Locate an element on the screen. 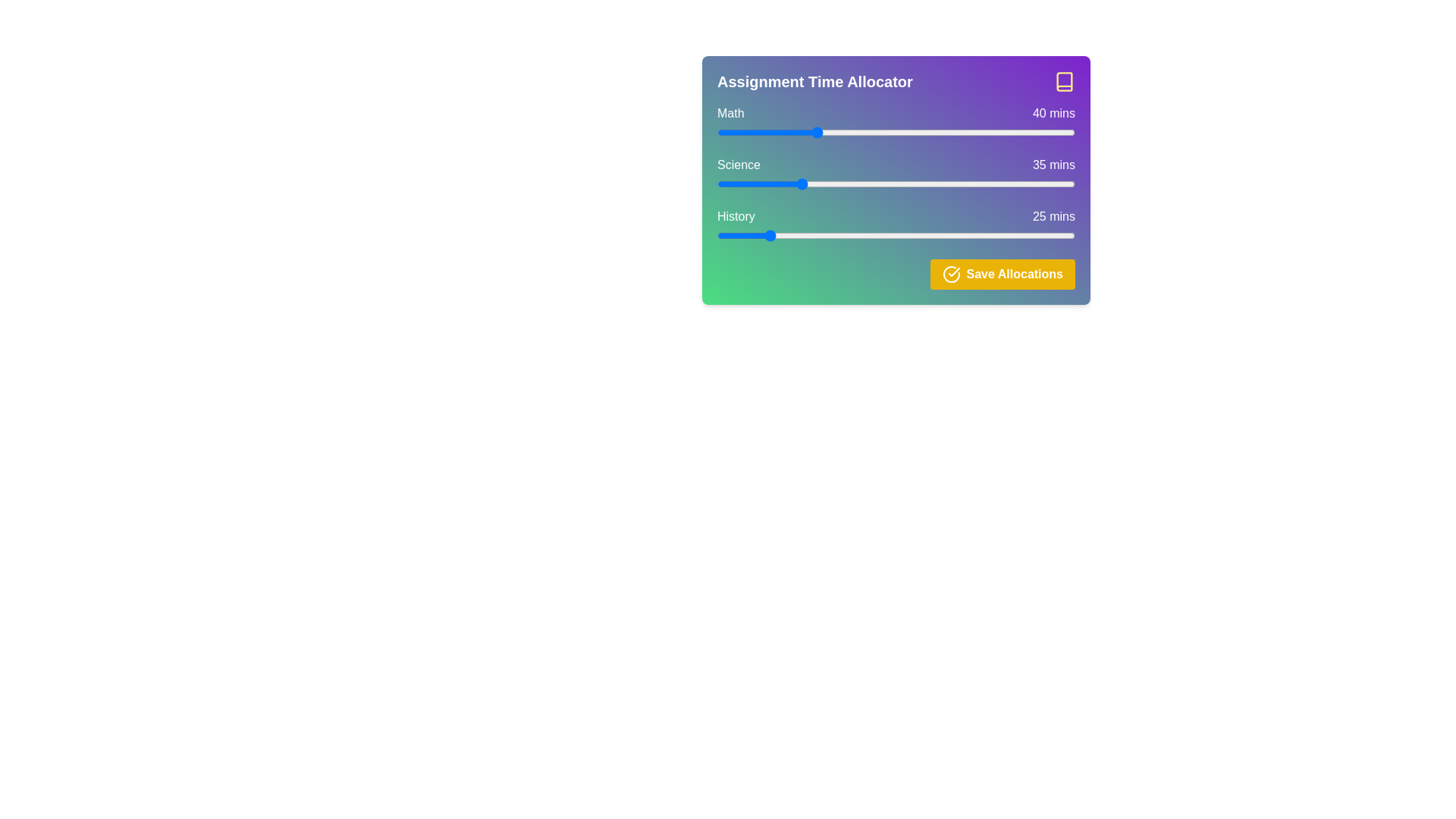 The width and height of the screenshot is (1456, 819). allocation time is located at coordinates (964, 184).